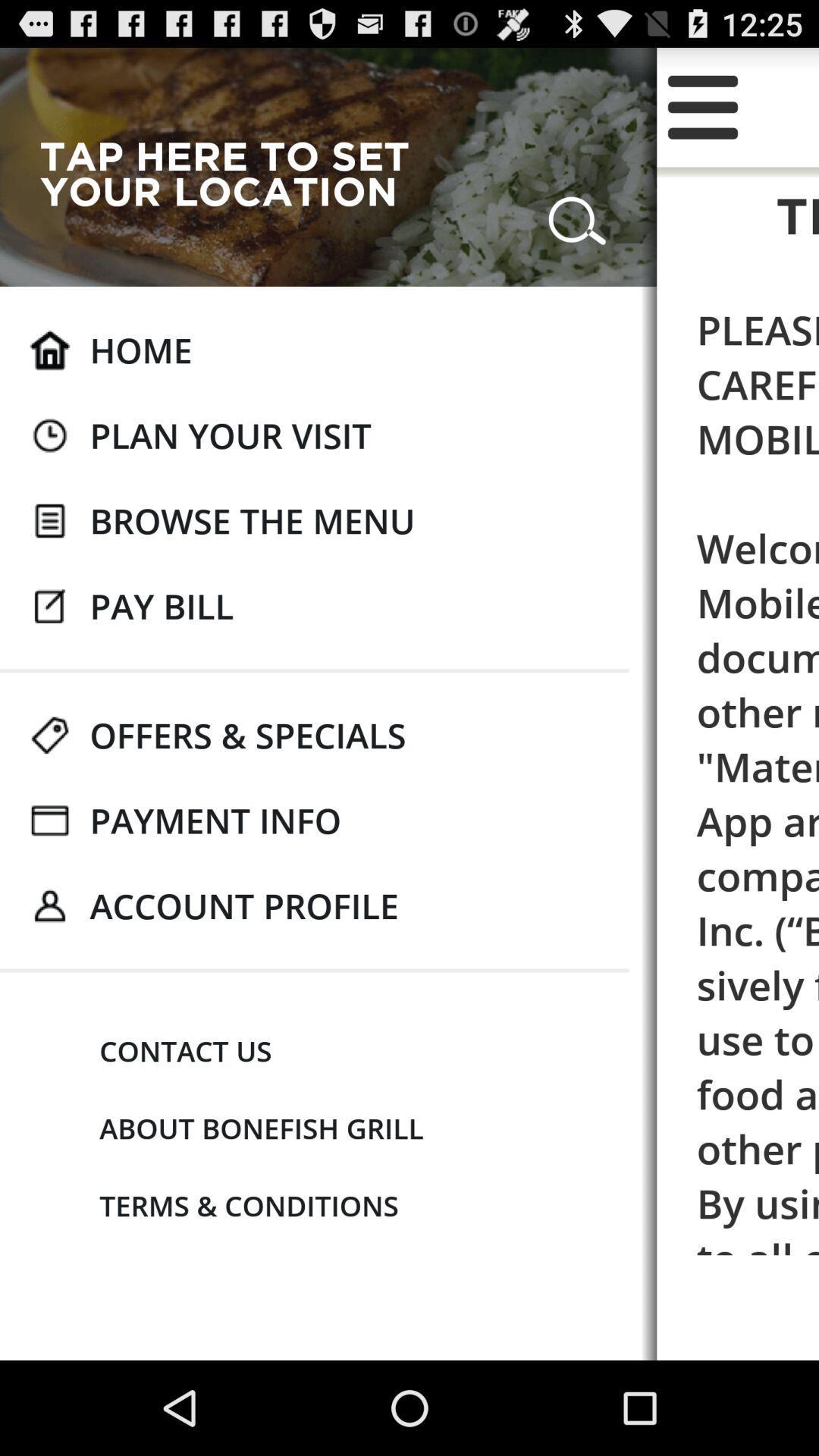 The height and width of the screenshot is (1456, 819). Describe the element at coordinates (231, 435) in the screenshot. I see `the icon next to please read these app` at that location.